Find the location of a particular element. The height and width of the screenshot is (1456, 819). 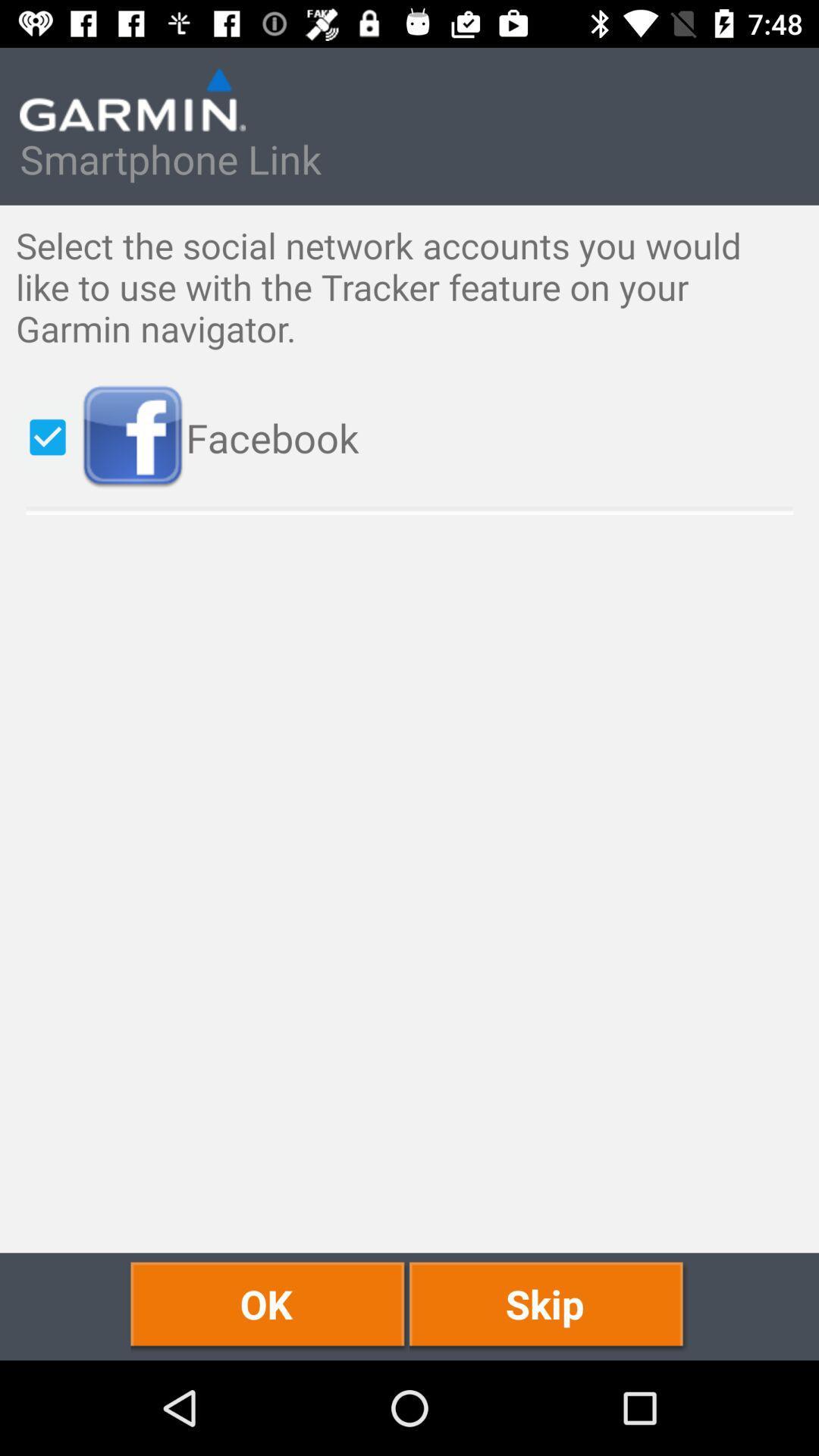

the item at the bottom left corner is located at coordinates (269, 1306).